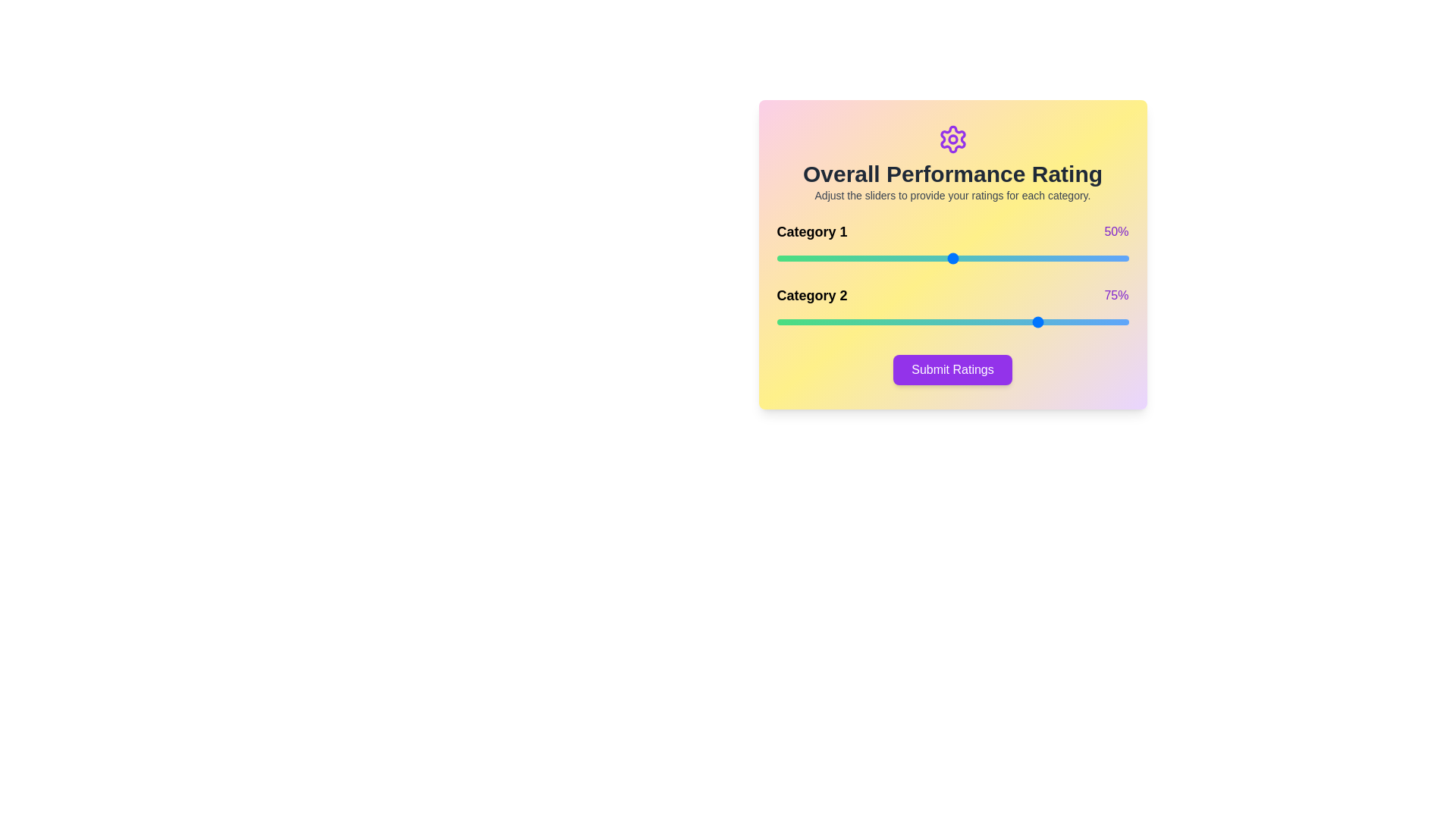 The image size is (1456, 819). What do you see at coordinates (1040, 321) in the screenshot?
I see `the slider for Category 2 to set its rating to 75%` at bounding box center [1040, 321].